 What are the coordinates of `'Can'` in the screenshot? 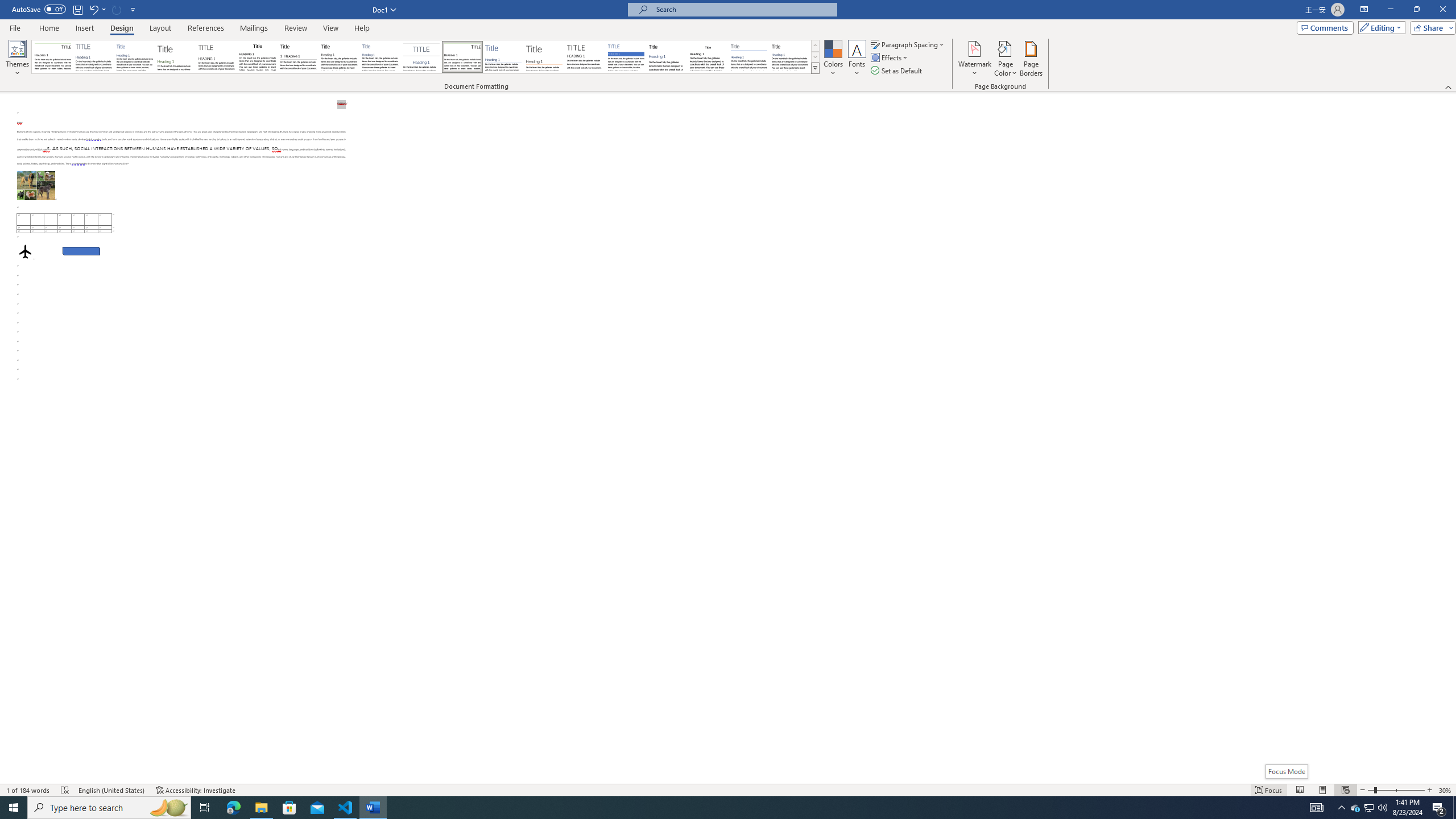 It's located at (117, 9).